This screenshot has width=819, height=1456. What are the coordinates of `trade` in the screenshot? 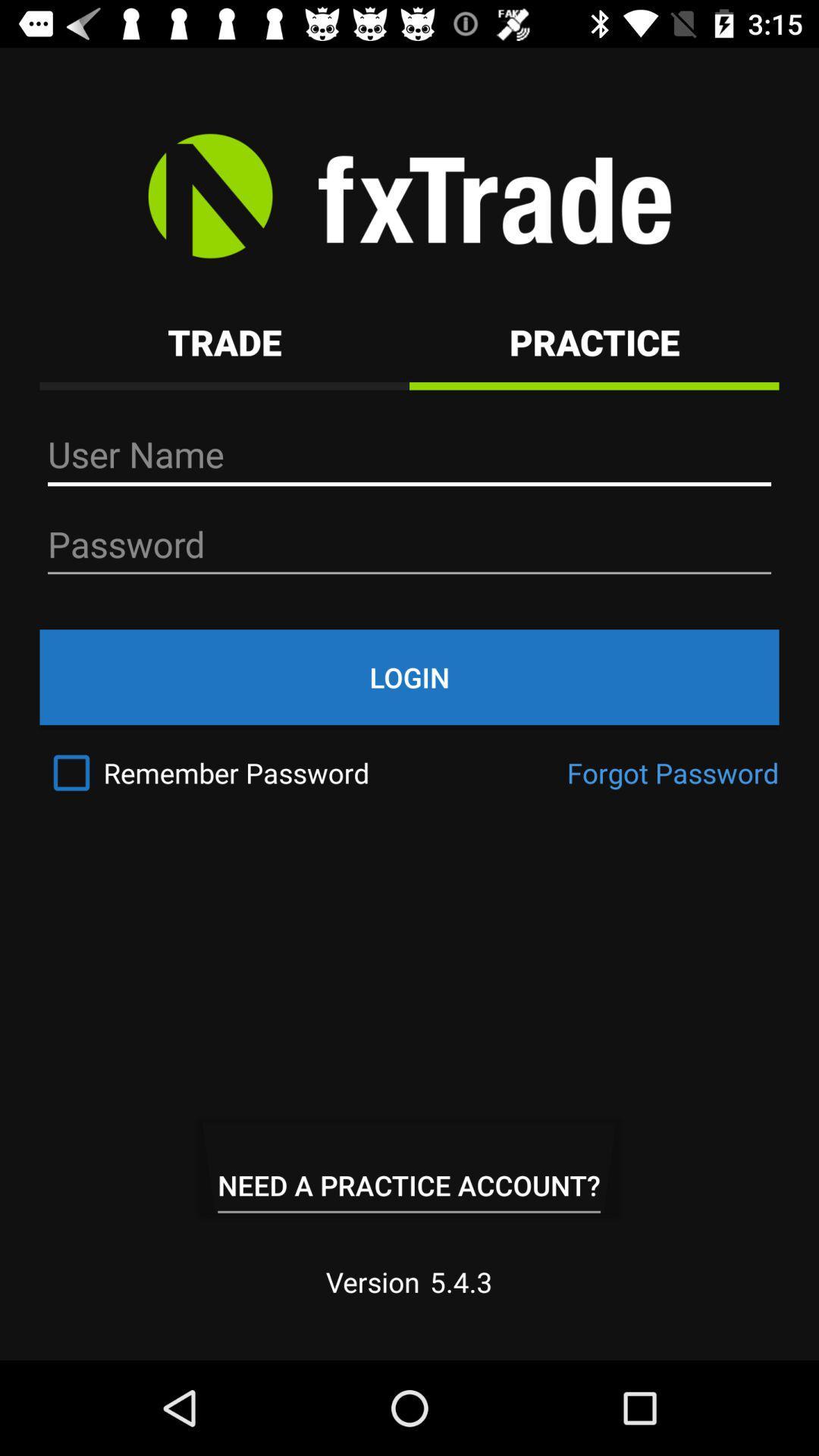 It's located at (224, 341).